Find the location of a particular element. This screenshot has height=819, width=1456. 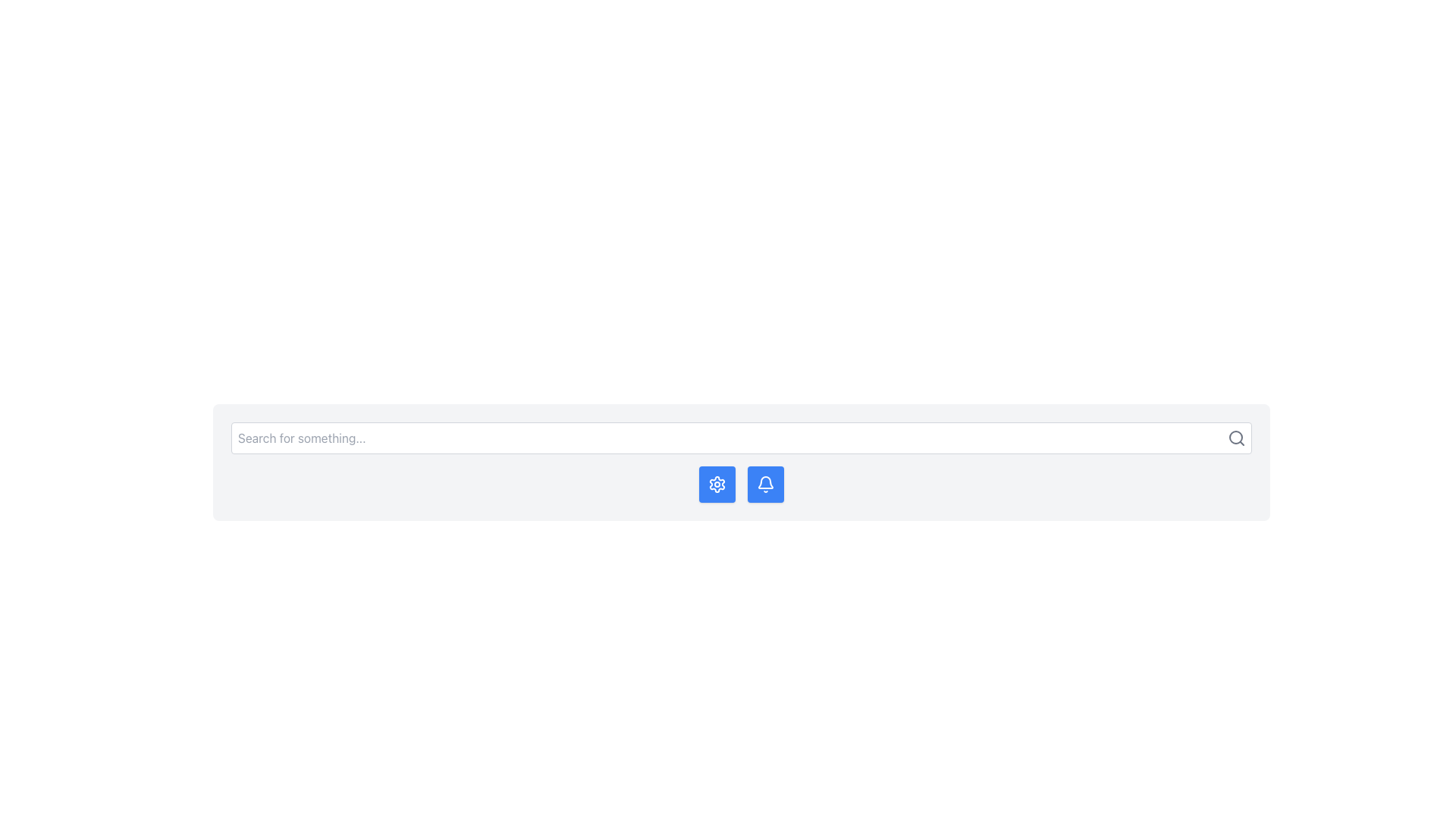

the bell-shaped icon within the circular button located at the bottom center of the layout is located at coordinates (765, 485).